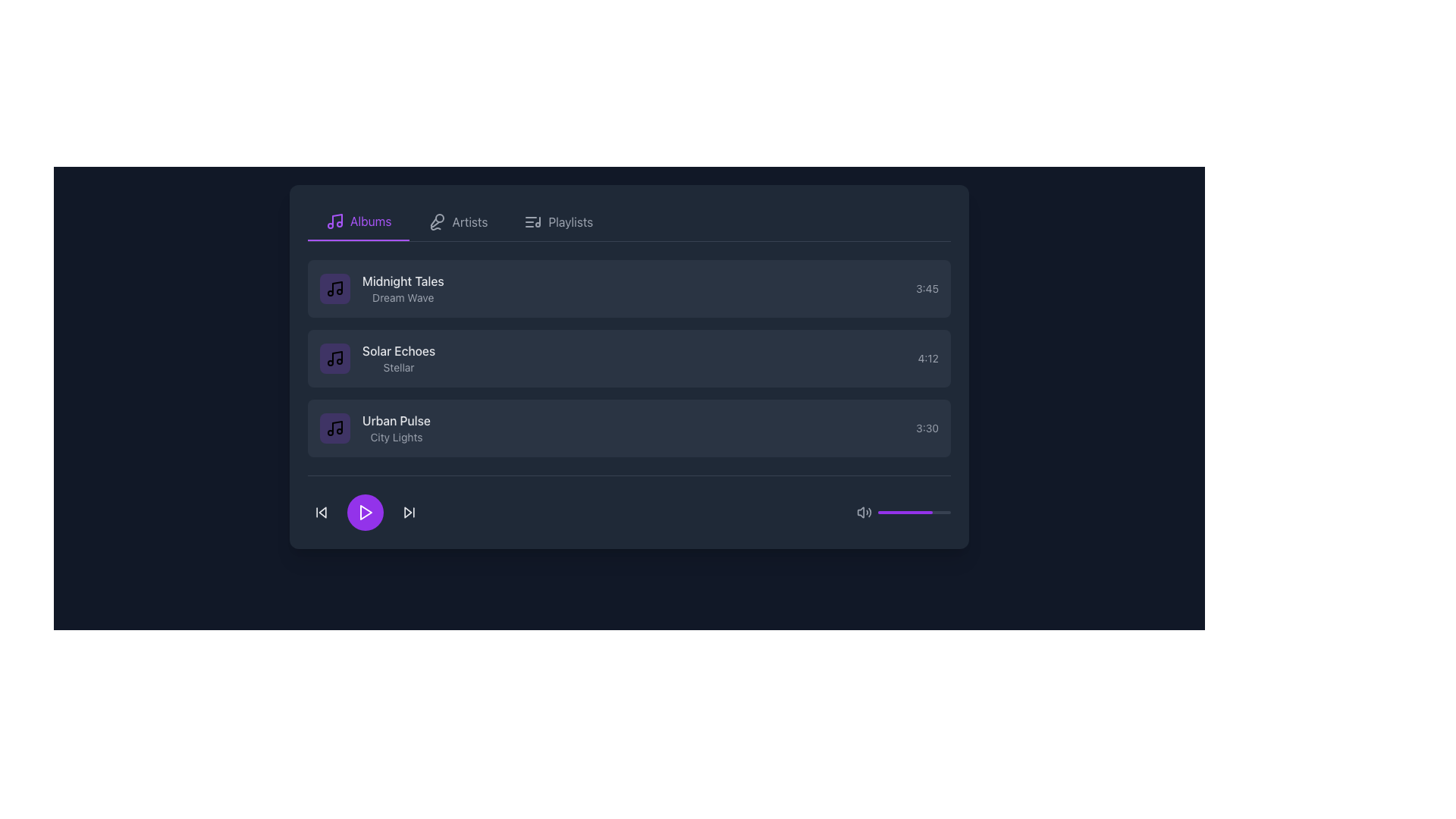 This screenshot has height=819, width=1456. I want to click on the second card, so click(629, 359).